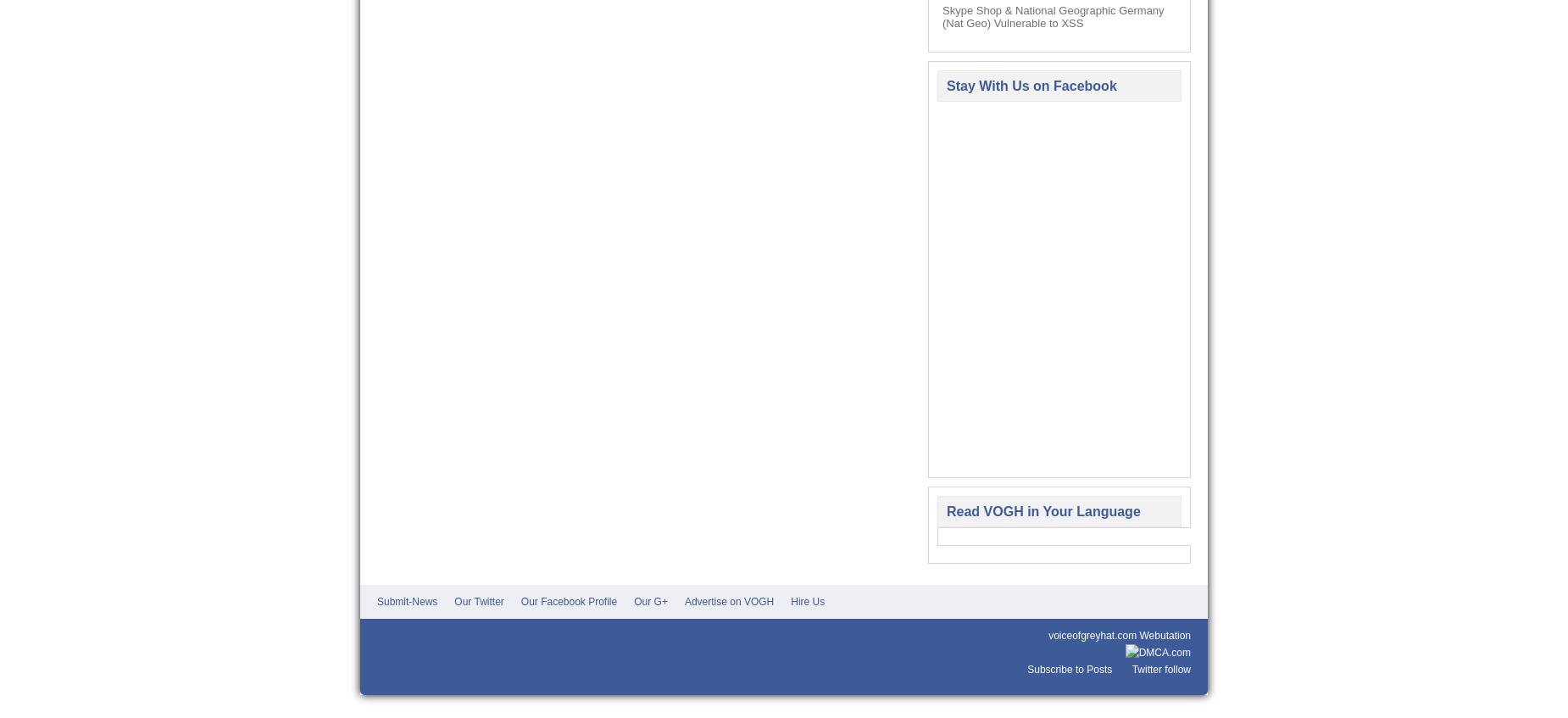 The height and width of the screenshot is (718, 1568). What do you see at coordinates (1159, 669) in the screenshot?
I see `'Twitter follow'` at bounding box center [1159, 669].